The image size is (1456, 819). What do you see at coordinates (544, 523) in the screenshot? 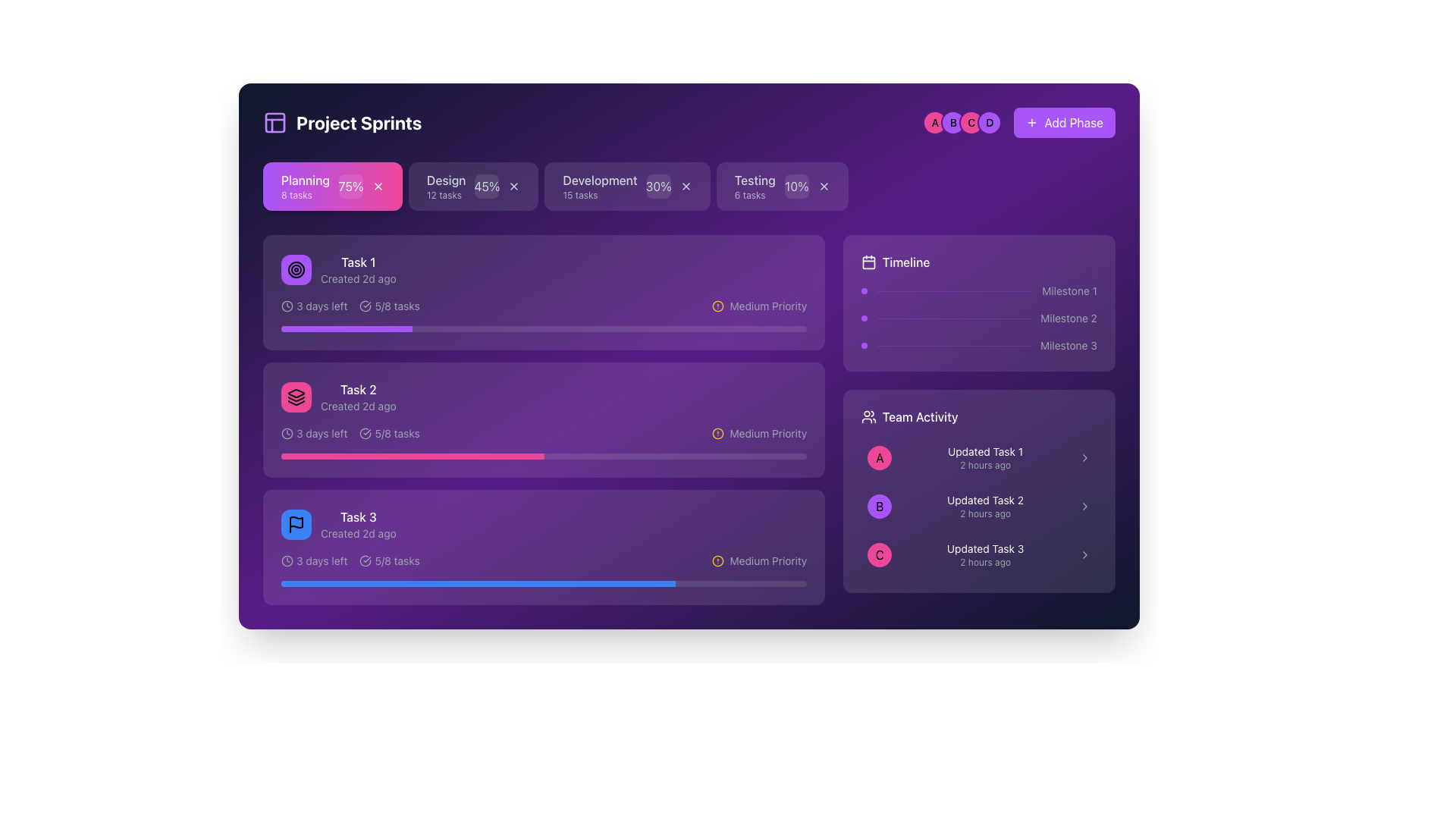
I see `the Task overview row of the third task in the vertically arranged list within the 'Project Sprints' section` at bounding box center [544, 523].